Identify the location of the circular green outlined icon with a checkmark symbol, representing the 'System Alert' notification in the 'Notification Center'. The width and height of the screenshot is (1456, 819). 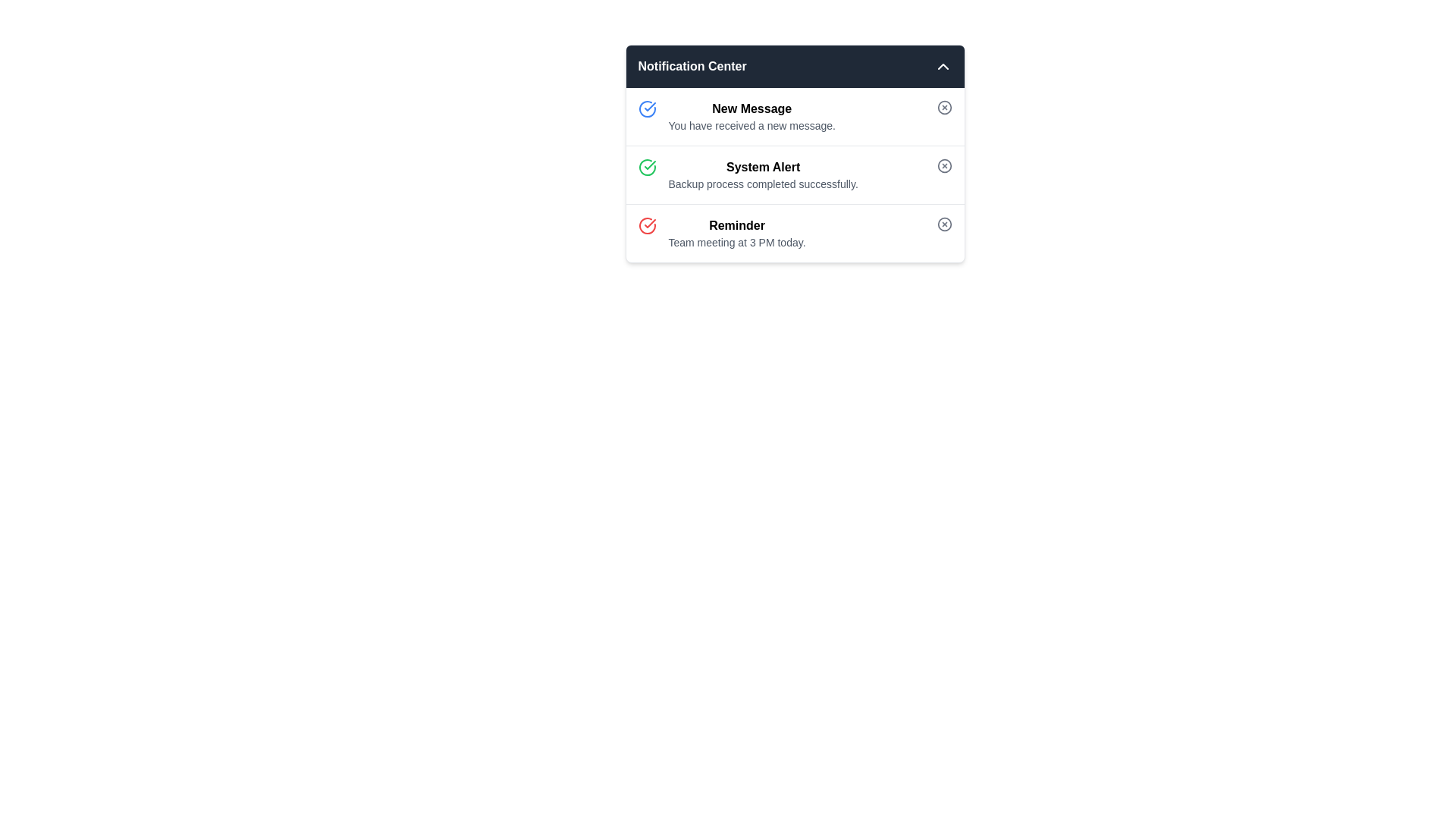
(647, 167).